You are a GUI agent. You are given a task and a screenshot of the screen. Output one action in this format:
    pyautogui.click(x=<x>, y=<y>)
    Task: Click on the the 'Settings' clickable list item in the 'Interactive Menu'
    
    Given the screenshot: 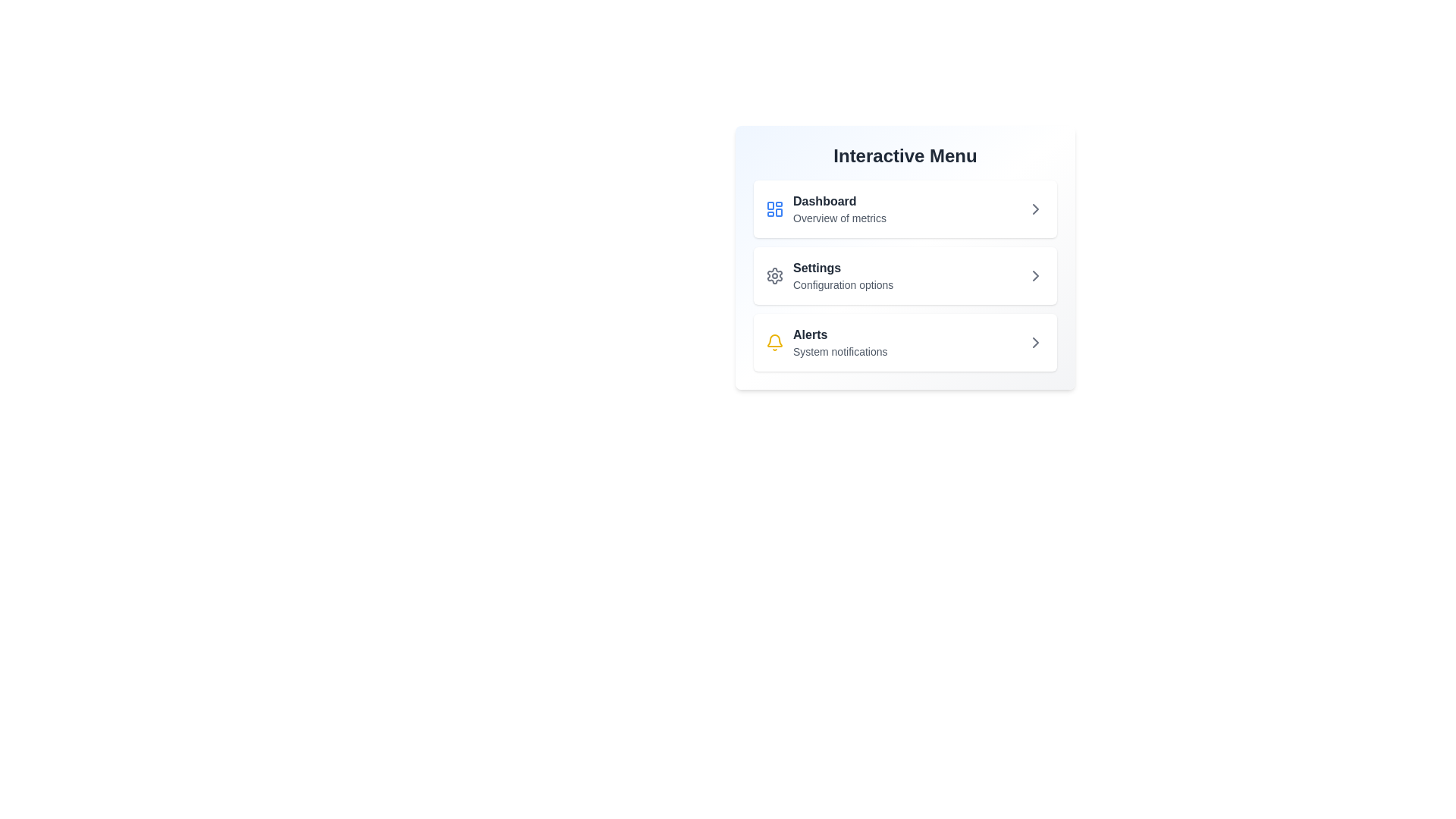 What is the action you would take?
    pyautogui.click(x=905, y=275)
    